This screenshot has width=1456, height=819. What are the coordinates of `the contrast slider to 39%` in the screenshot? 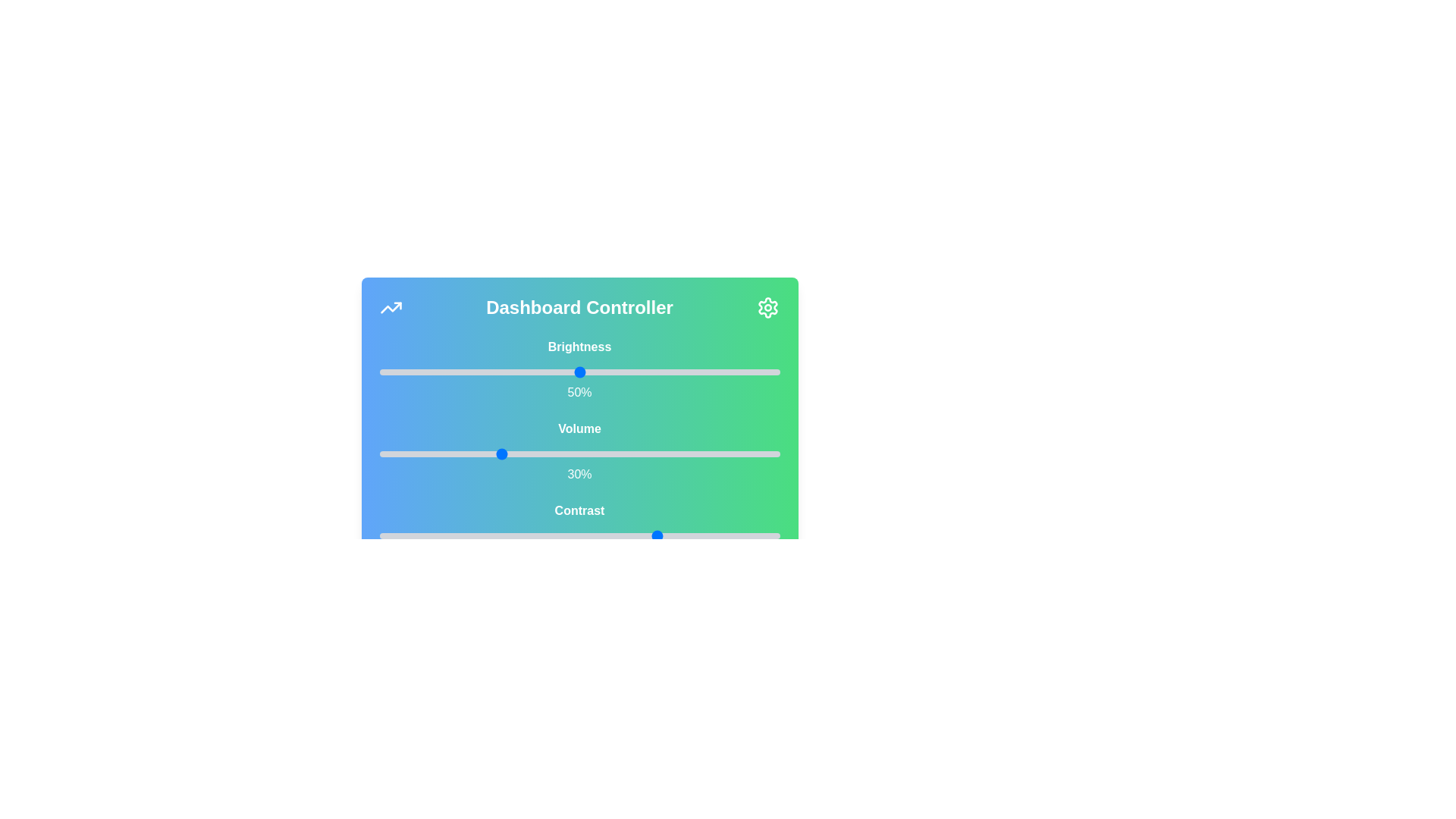 It's located at (535, 535).